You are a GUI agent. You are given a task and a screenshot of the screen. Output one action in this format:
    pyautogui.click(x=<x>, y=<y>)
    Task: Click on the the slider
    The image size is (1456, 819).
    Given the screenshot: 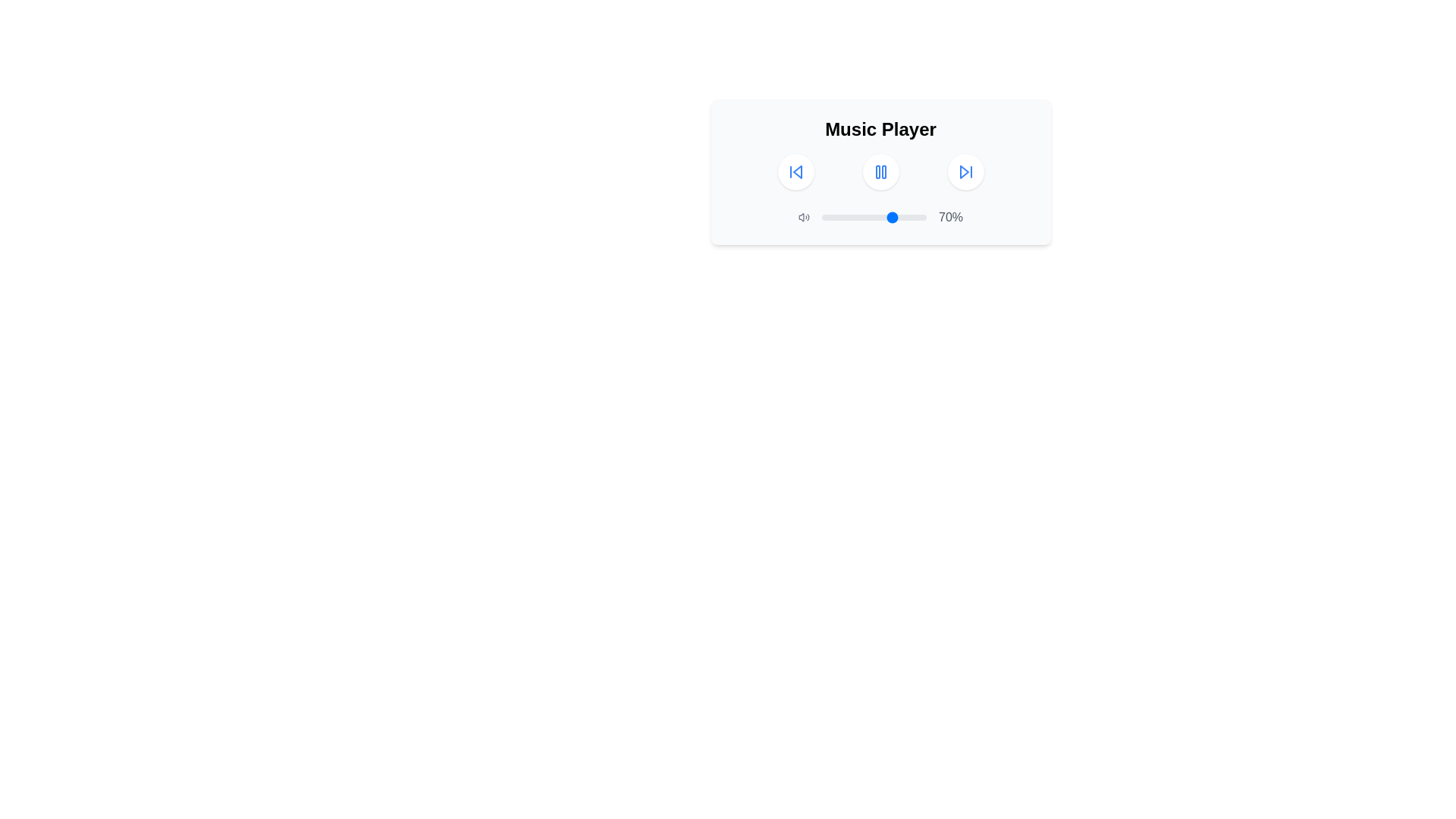 What is the action you would take?
    pyautogui.click(x=849, y=217)
    